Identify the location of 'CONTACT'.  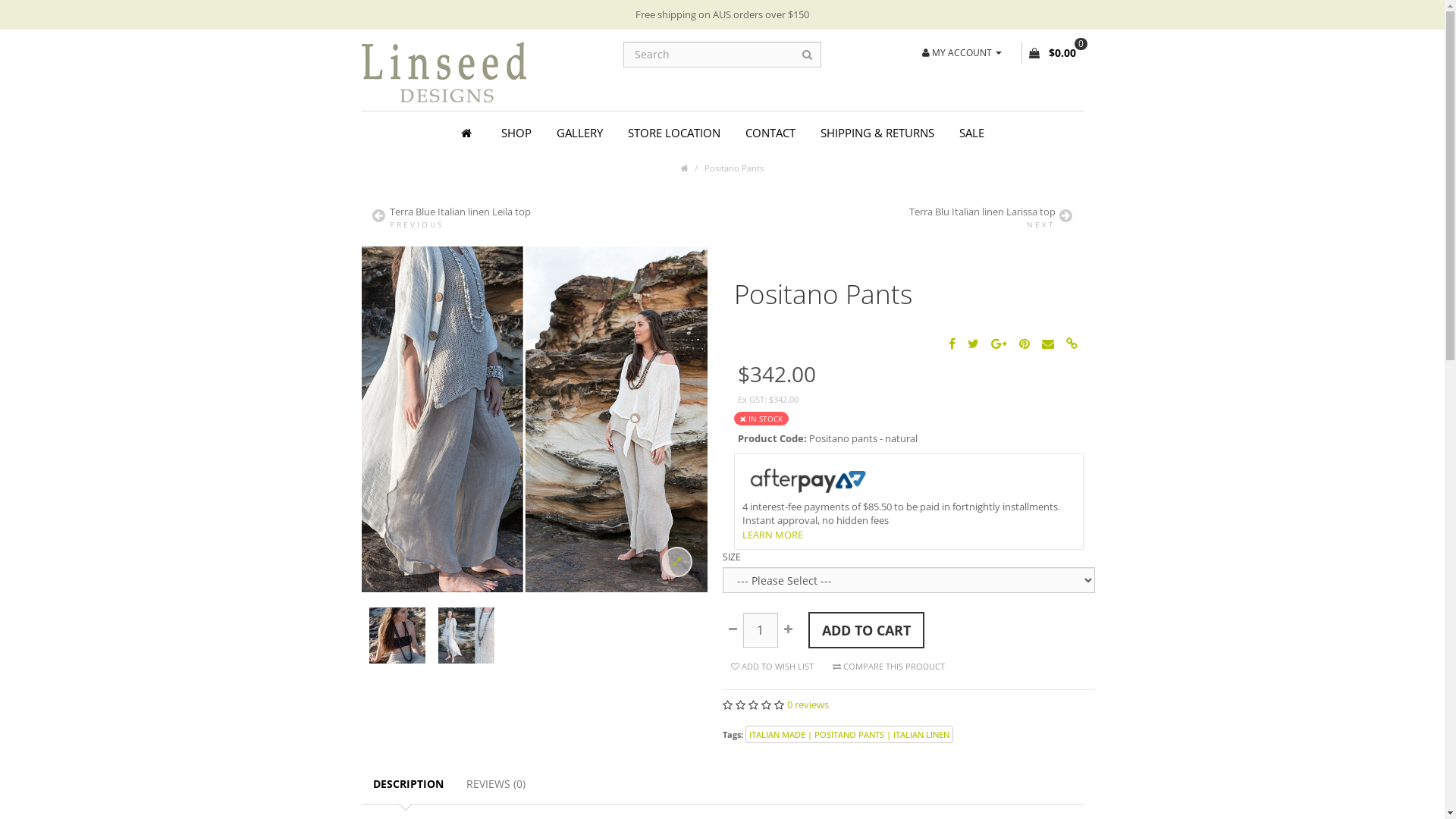
(770, 131).